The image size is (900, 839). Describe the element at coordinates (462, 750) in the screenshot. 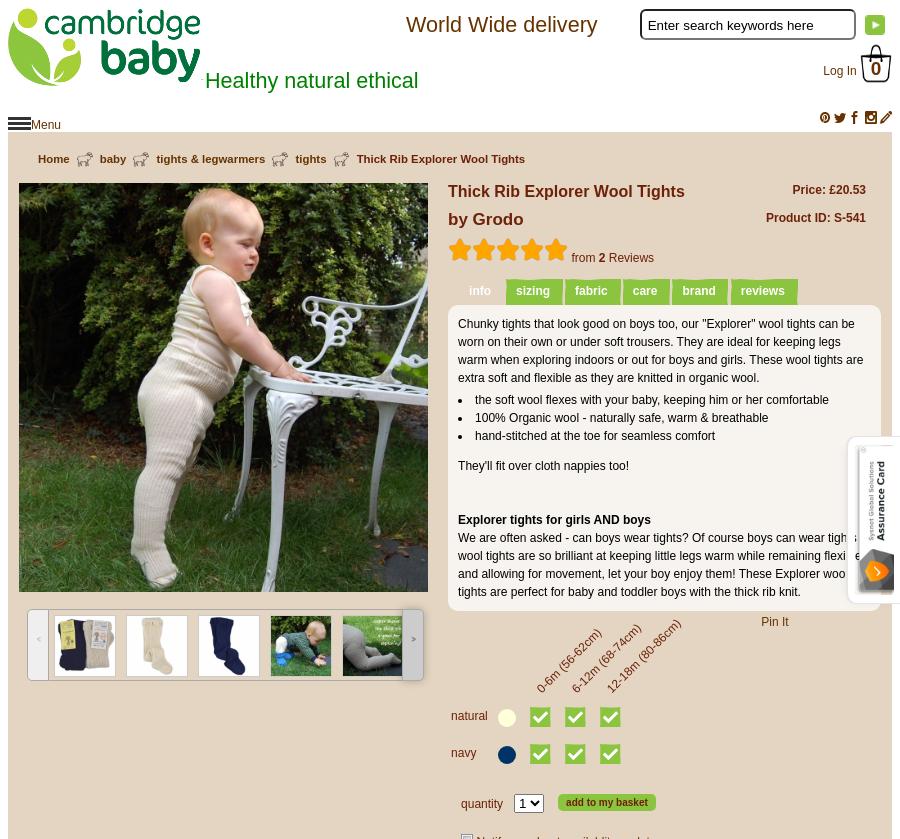

I see `'navy'` at that location.